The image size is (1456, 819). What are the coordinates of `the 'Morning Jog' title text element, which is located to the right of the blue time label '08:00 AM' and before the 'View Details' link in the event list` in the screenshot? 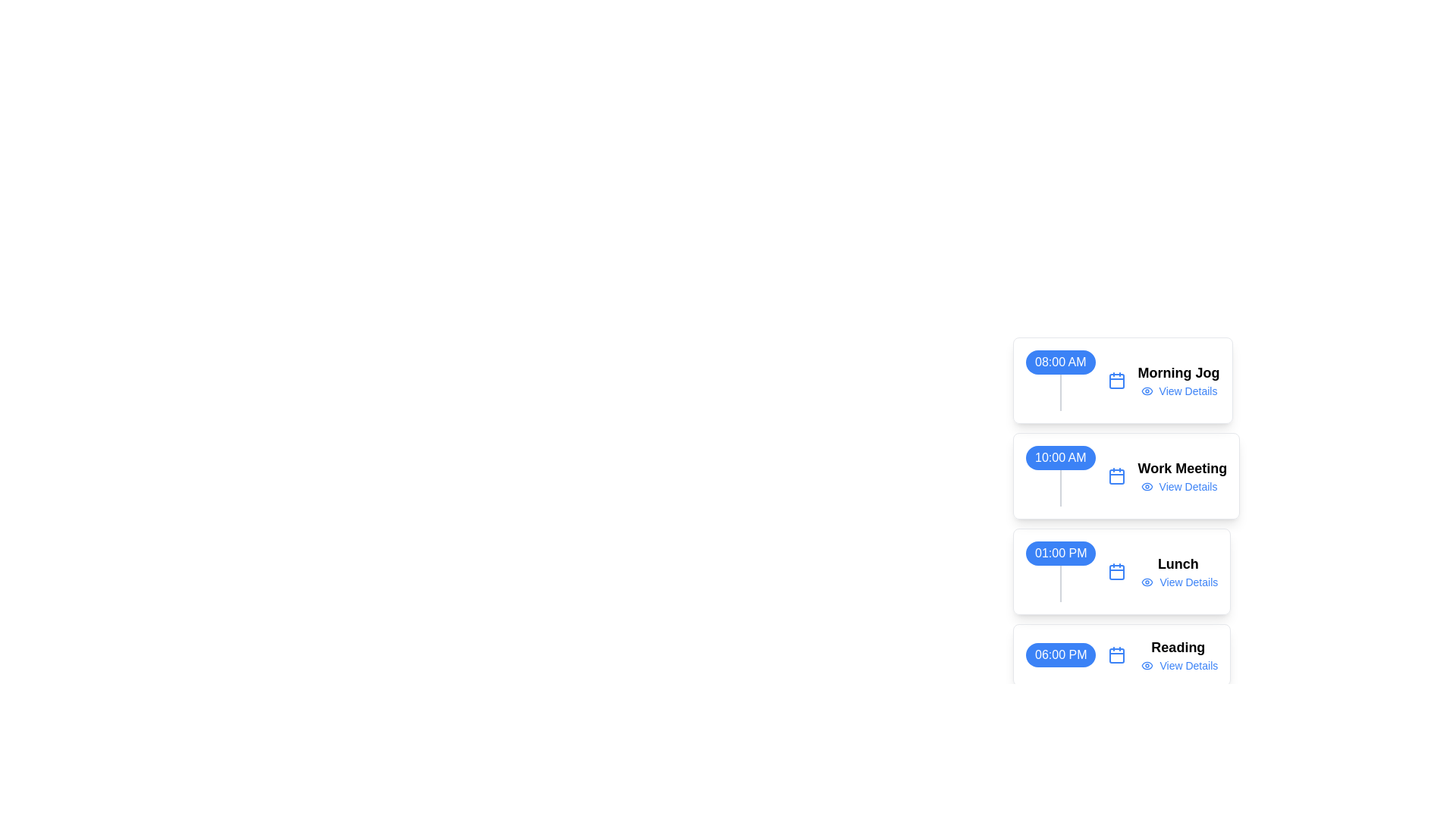 It's located at (1178, 373).